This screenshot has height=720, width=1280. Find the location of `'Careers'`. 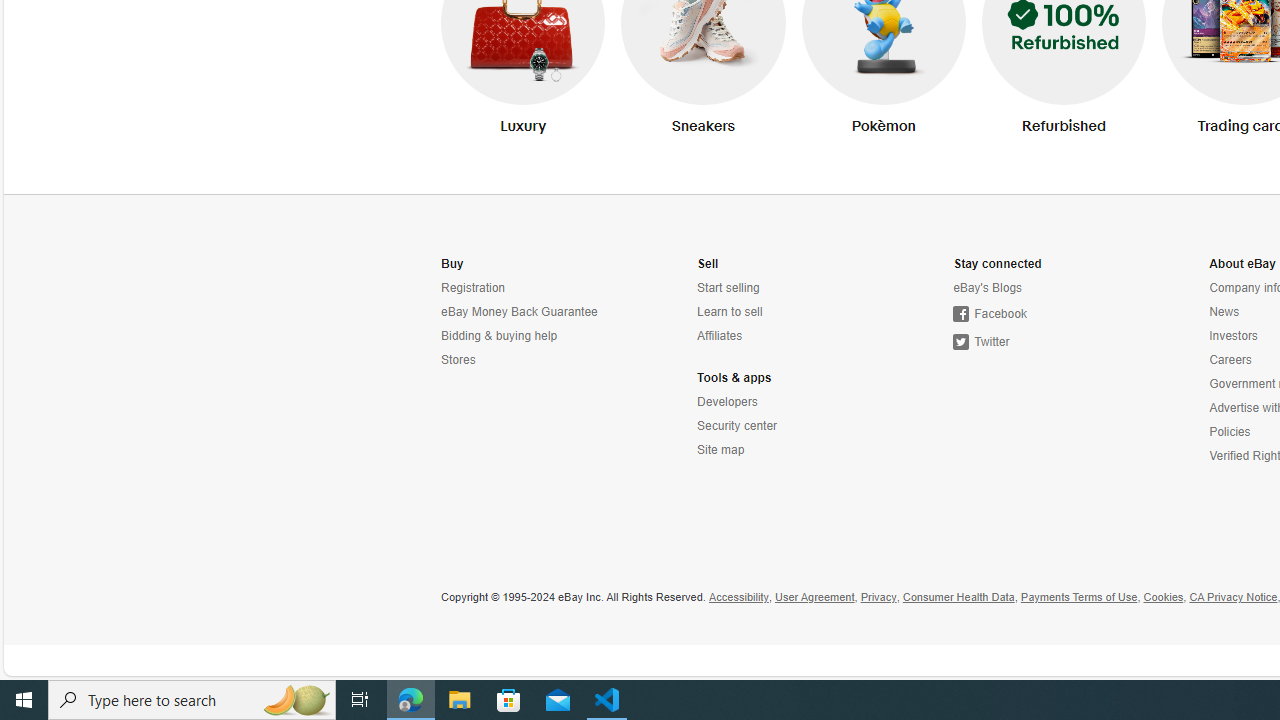

'Careers' is located at coordinates (1229, 360).